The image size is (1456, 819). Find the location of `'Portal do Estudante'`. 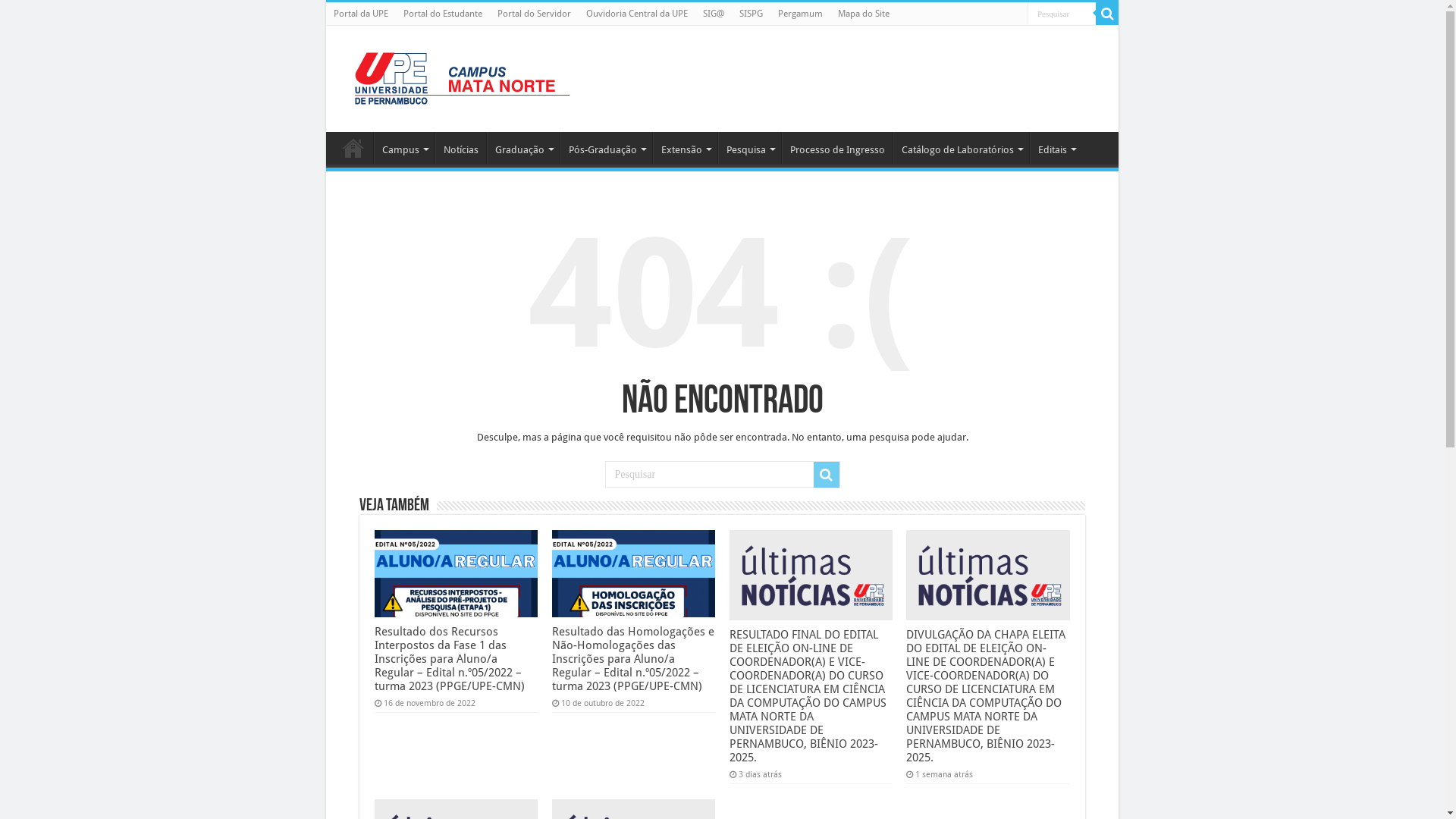

'Portal do Estudante' is located at coordinates (442, 14).